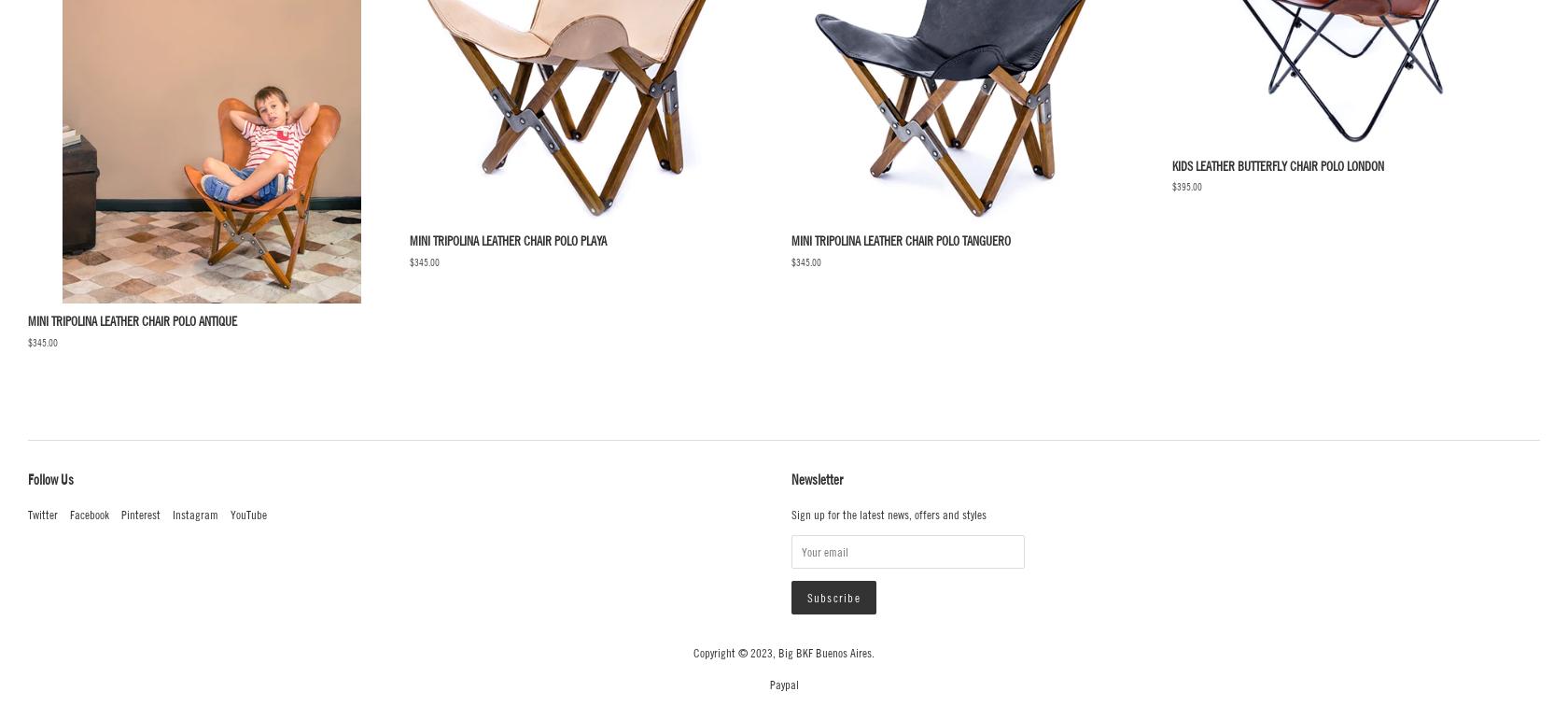  I want to click on 'Facebook', so click(89, 515).